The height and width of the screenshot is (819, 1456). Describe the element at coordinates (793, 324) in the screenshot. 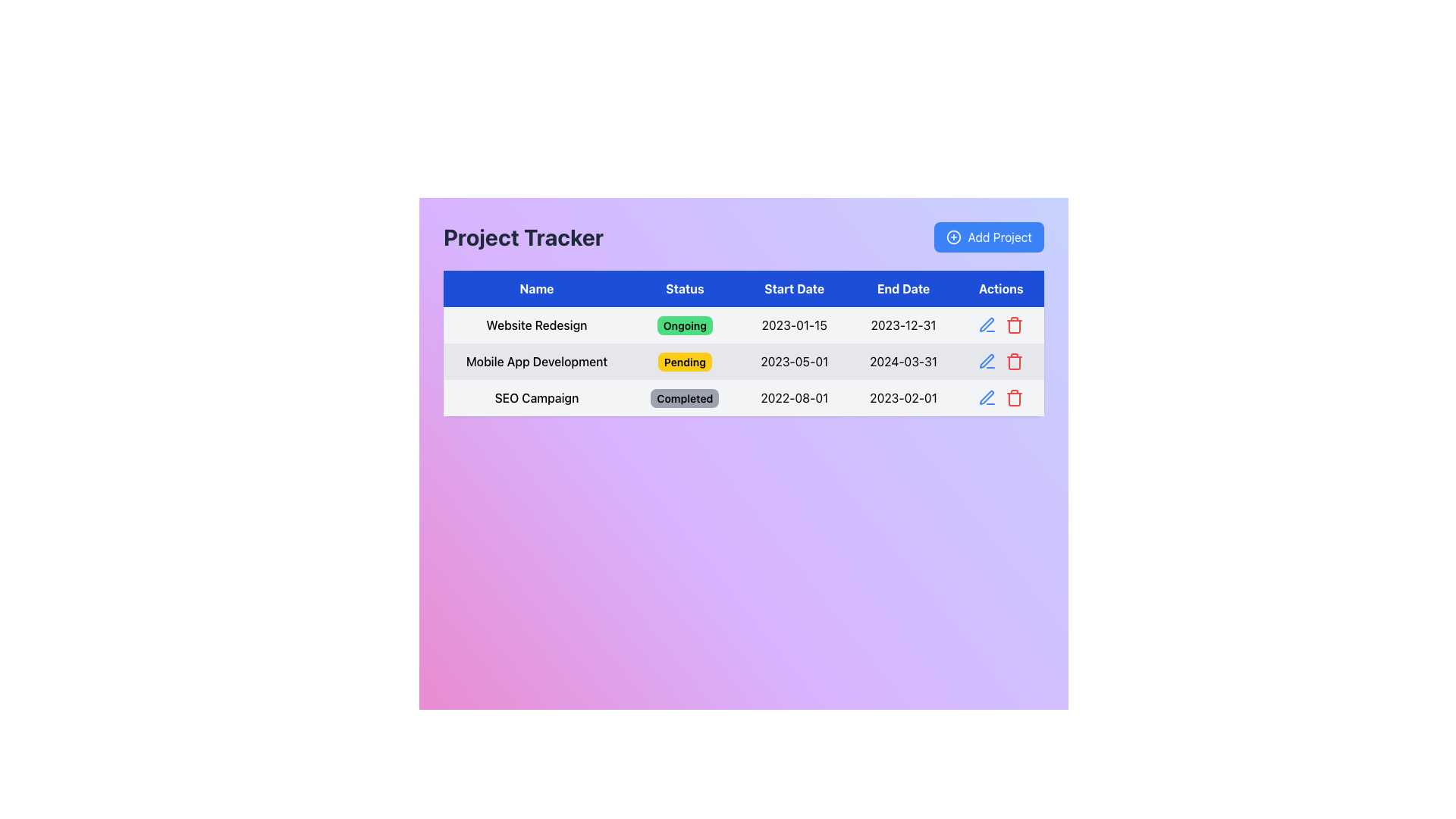

I see `the static text displaying the starting date of the 'Website Redesign' project, located in the third column under the 'Start Date' header of the project details table` at that location.